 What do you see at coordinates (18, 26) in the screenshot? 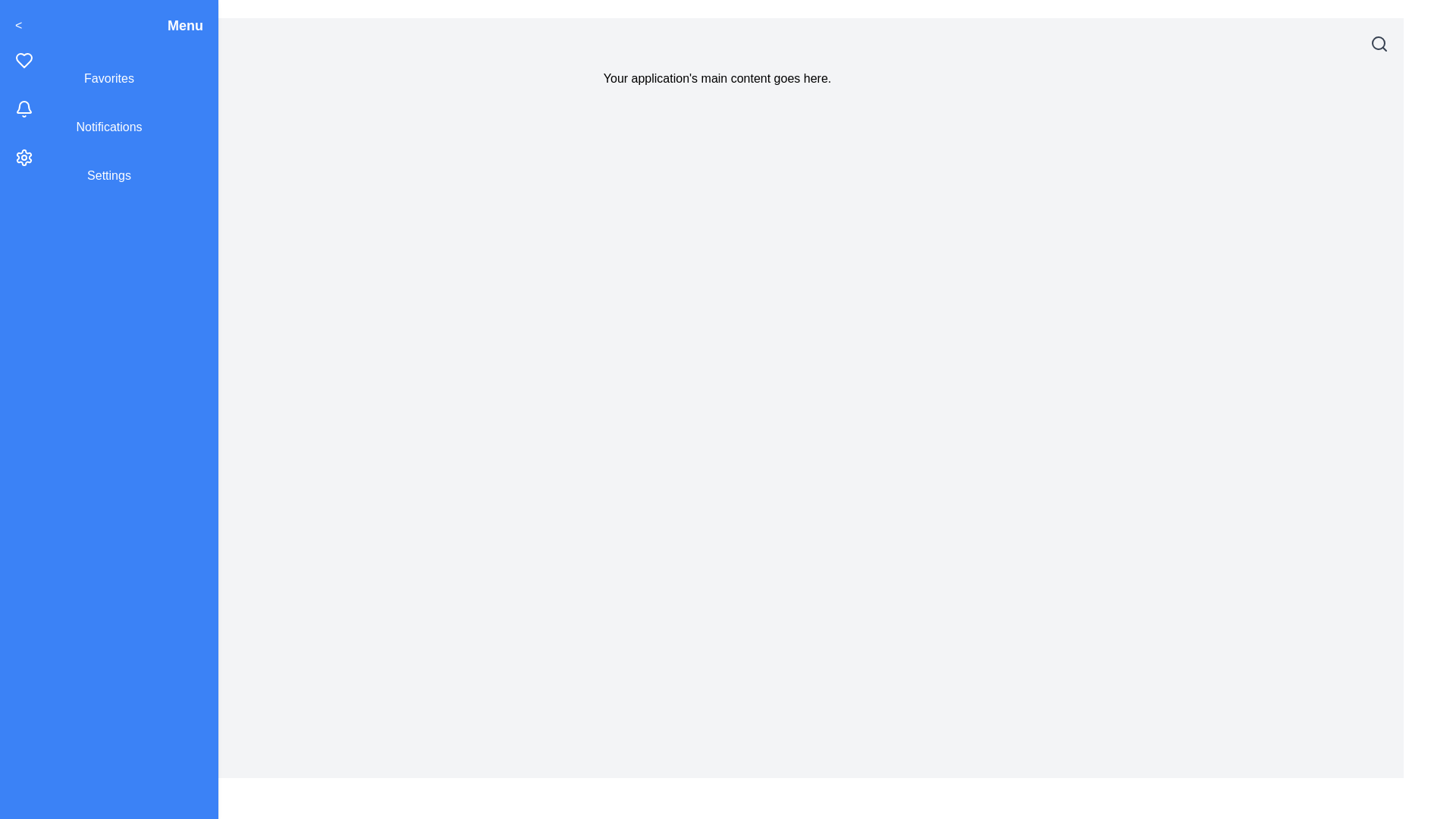
I see `toggle button to observe the transition effect of the drawer` at bounding box center [18, 26].